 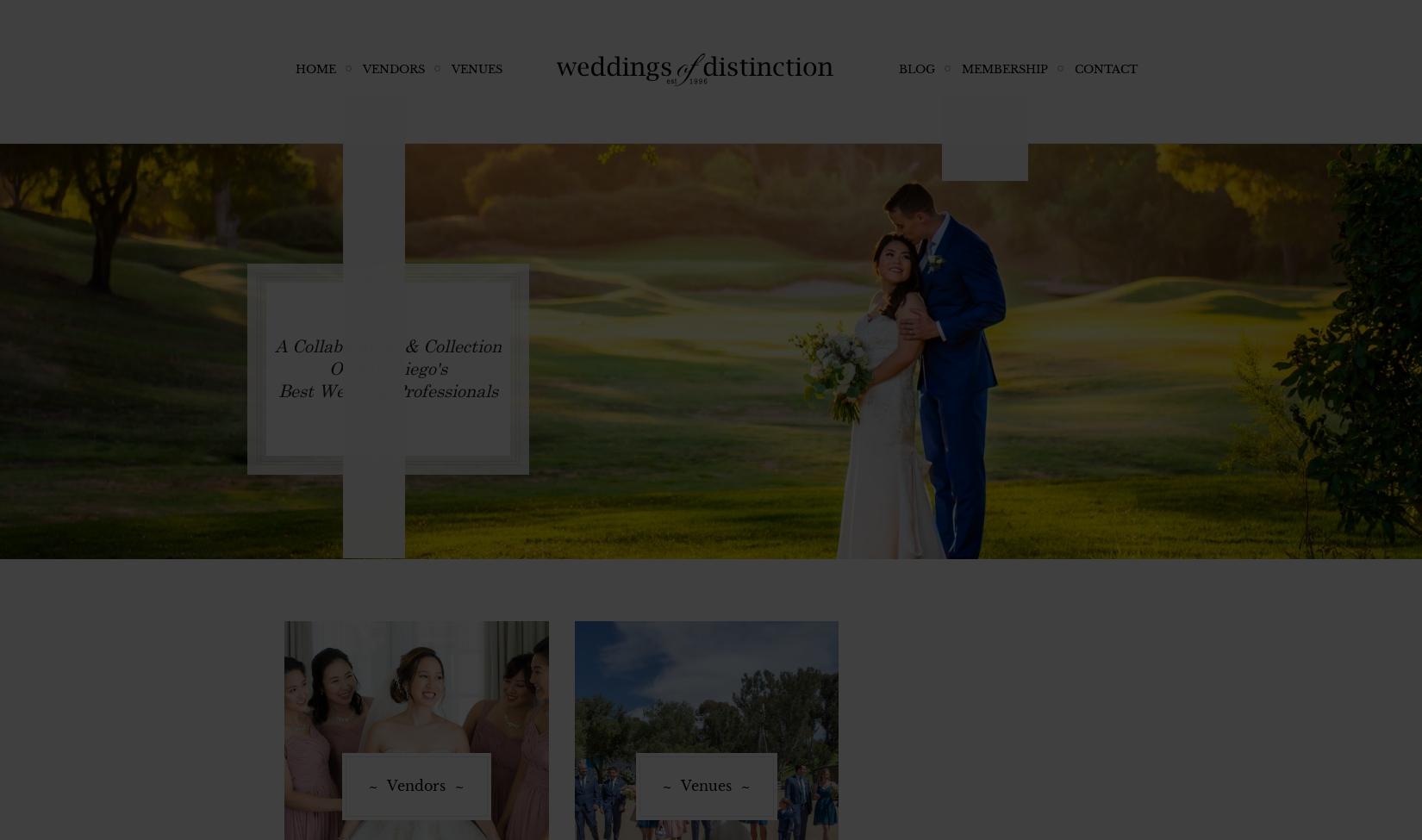 What do you see at coordinates (388, 134) in the screenshot?
I see `'Coordination'` at bounding box center [388, 134].